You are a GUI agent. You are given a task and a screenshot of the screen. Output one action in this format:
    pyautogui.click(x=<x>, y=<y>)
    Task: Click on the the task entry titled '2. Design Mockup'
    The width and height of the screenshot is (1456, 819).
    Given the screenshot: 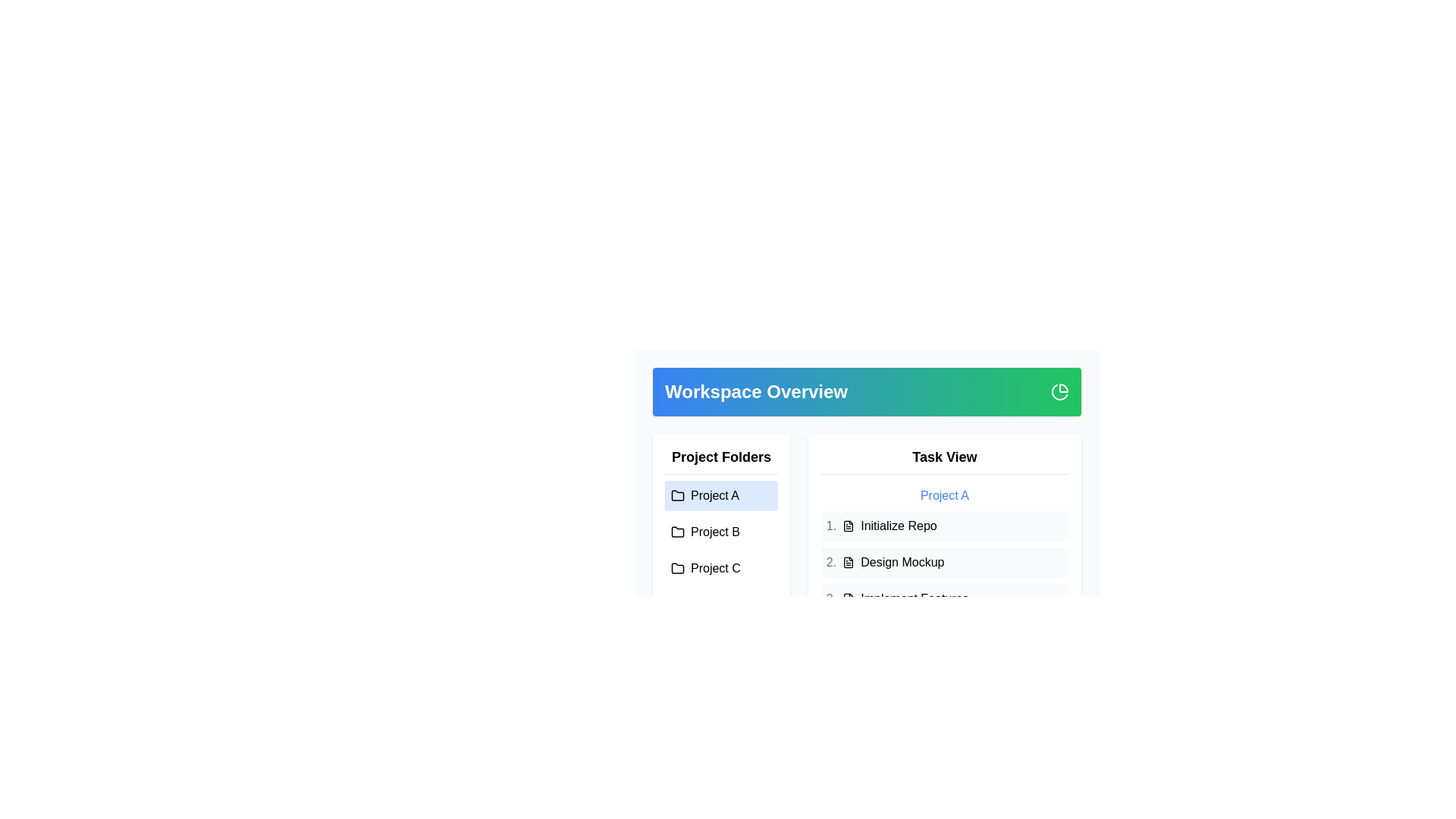 What is the action you would take?
    pyautogui.click(x=943, y=562)
    